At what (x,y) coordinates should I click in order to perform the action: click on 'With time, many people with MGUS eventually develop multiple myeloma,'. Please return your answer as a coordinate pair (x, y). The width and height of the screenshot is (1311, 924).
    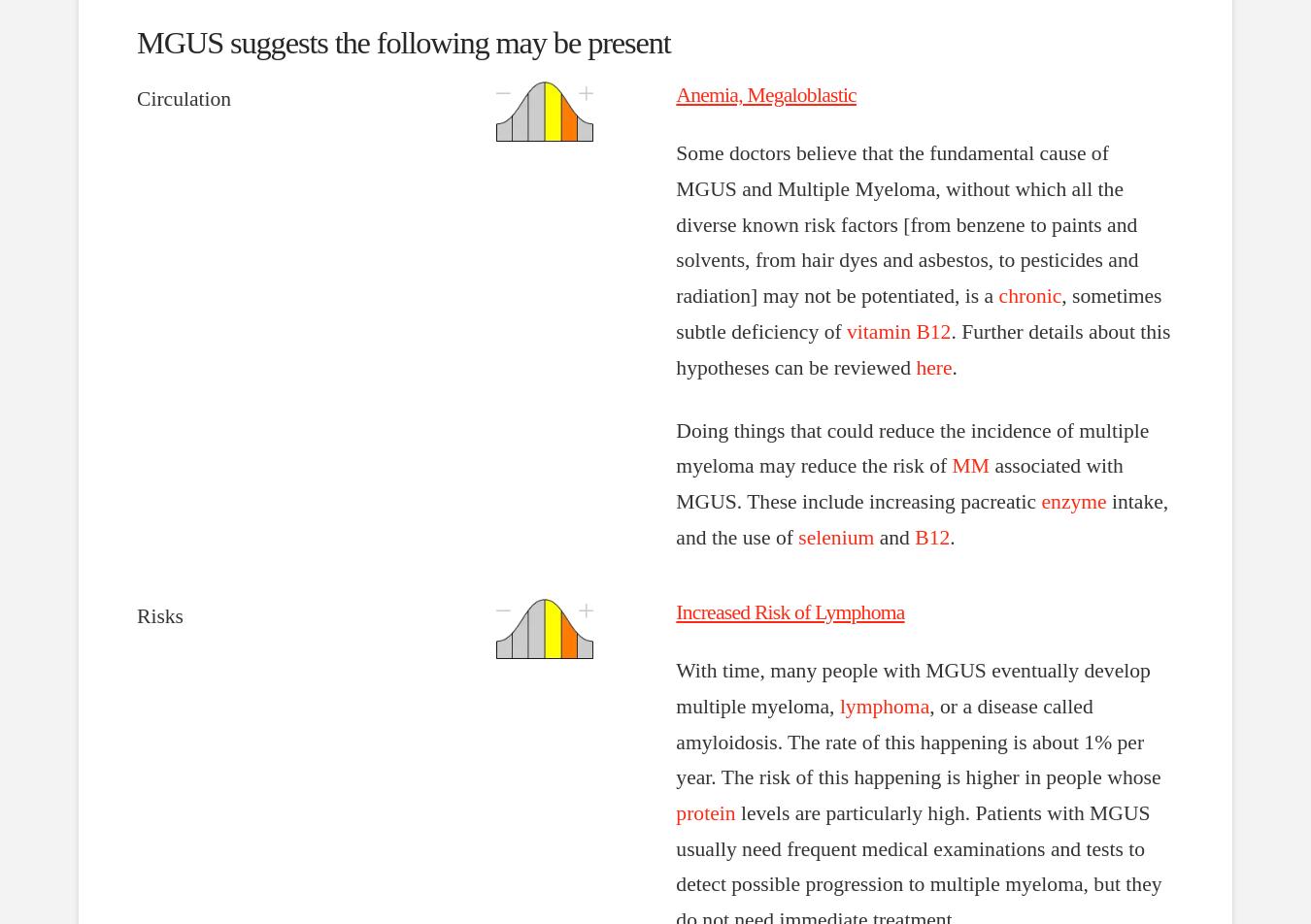
    Looking at the image, I should click on (675, 687).